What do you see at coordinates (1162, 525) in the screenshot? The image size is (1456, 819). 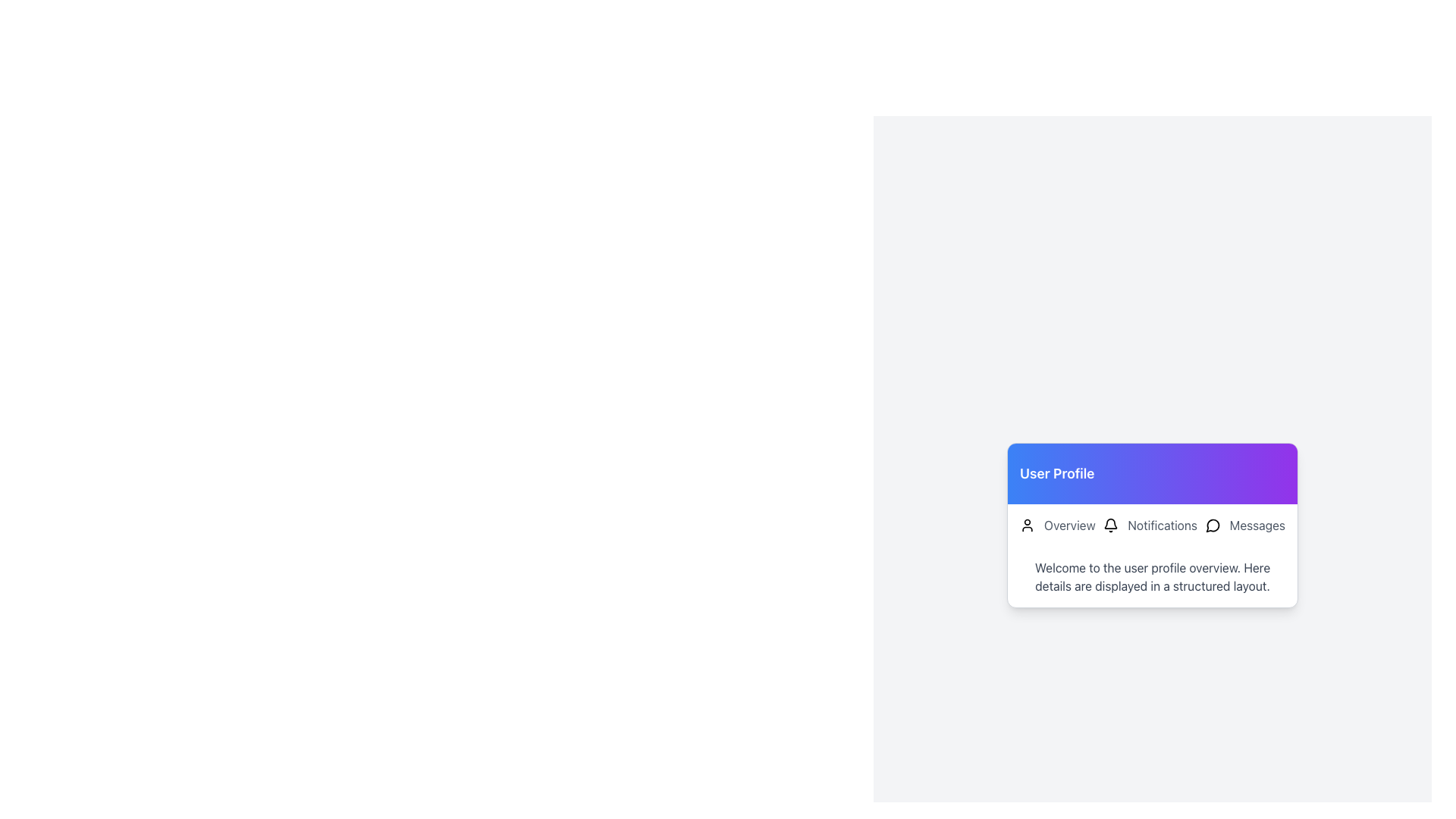 I see `the 'Notifications' text label` at bounding box center [1162, 525].